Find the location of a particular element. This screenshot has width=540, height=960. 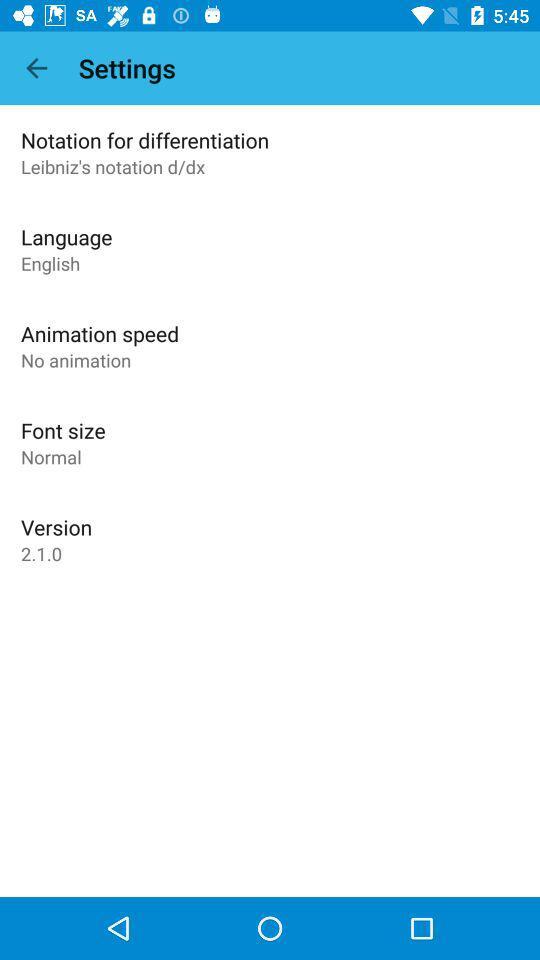

the item below the animation speed item is located at coordinates (75, 360).